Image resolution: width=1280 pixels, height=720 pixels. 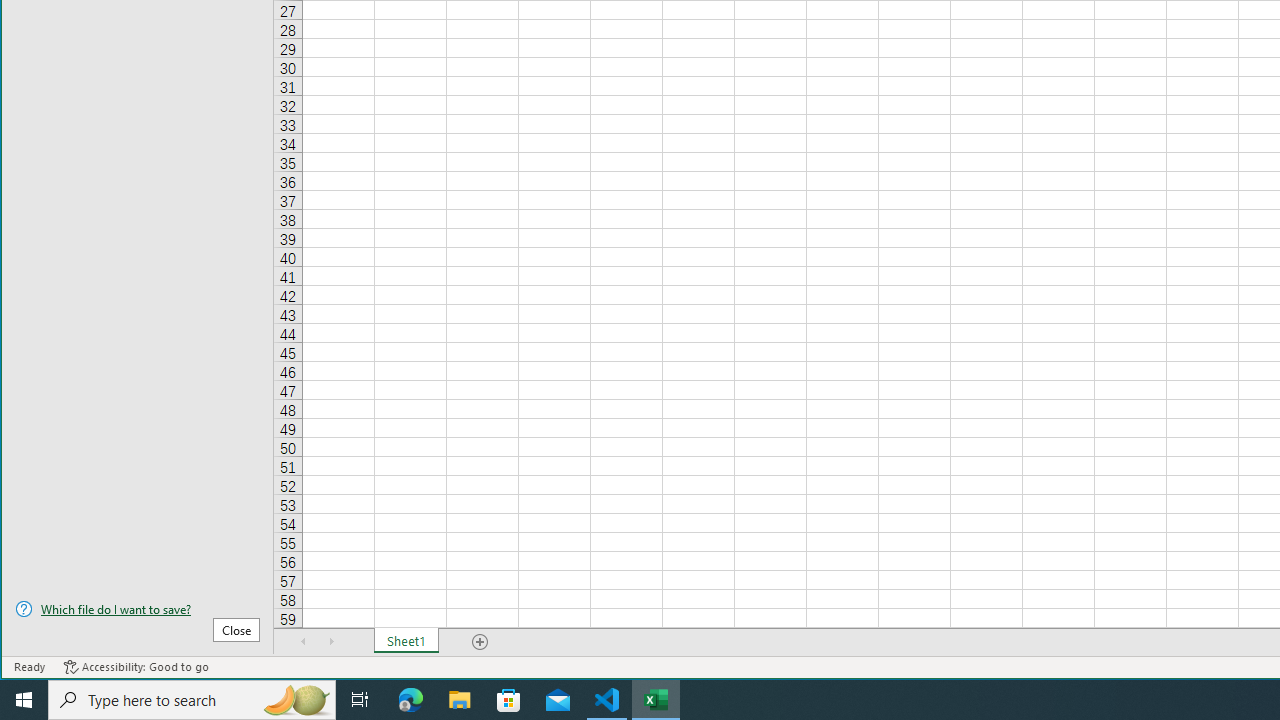 What do you see at coordinates (481, 641) in the screenshot?
I see `'Add Sheet'` at bounding box center [481, 641].